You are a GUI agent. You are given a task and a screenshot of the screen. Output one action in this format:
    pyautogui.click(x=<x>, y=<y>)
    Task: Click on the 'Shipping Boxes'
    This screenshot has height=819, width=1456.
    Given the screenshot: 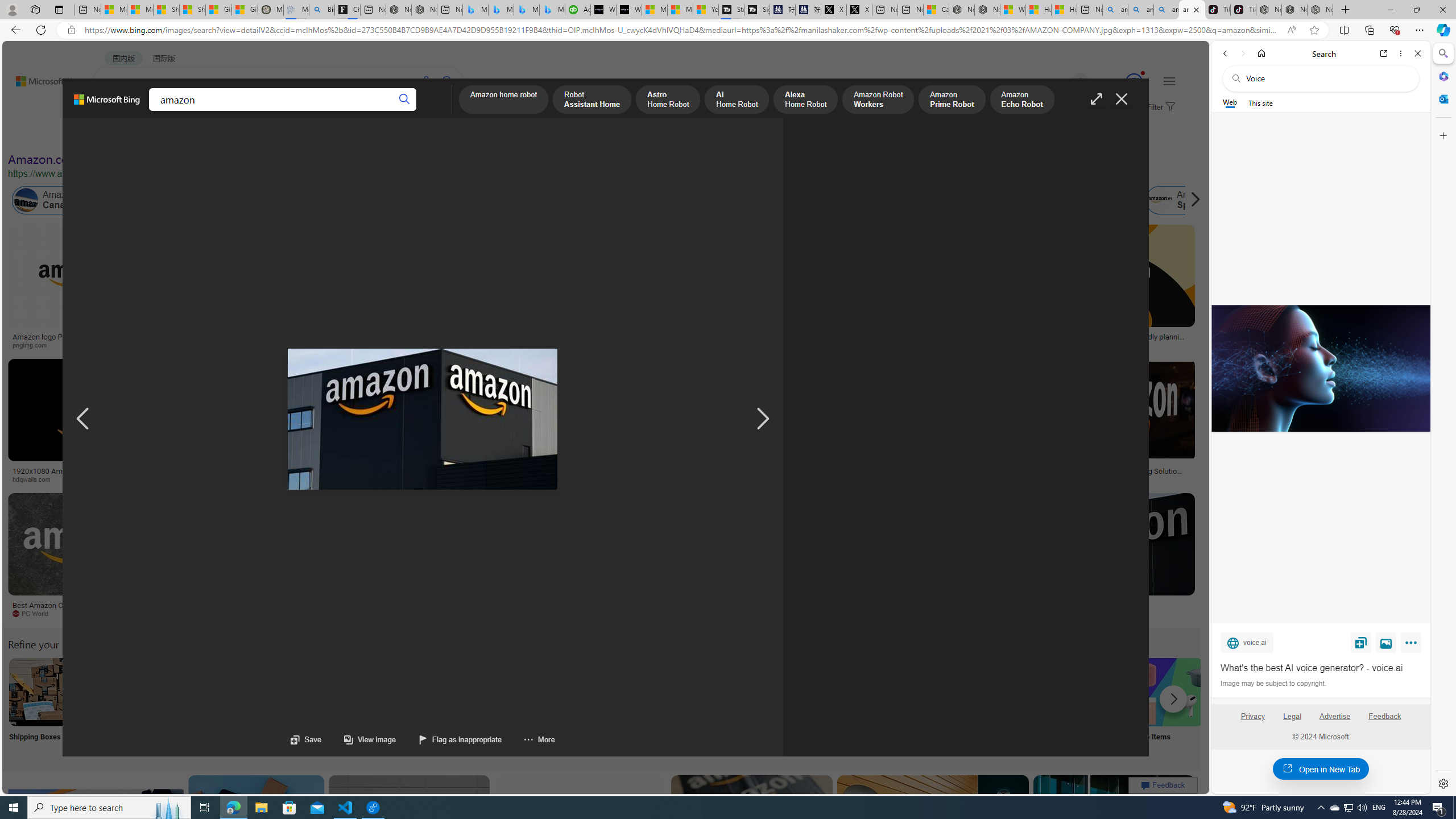 What is the action you would take?
    pyautogui.click(x=42, y=706)
    